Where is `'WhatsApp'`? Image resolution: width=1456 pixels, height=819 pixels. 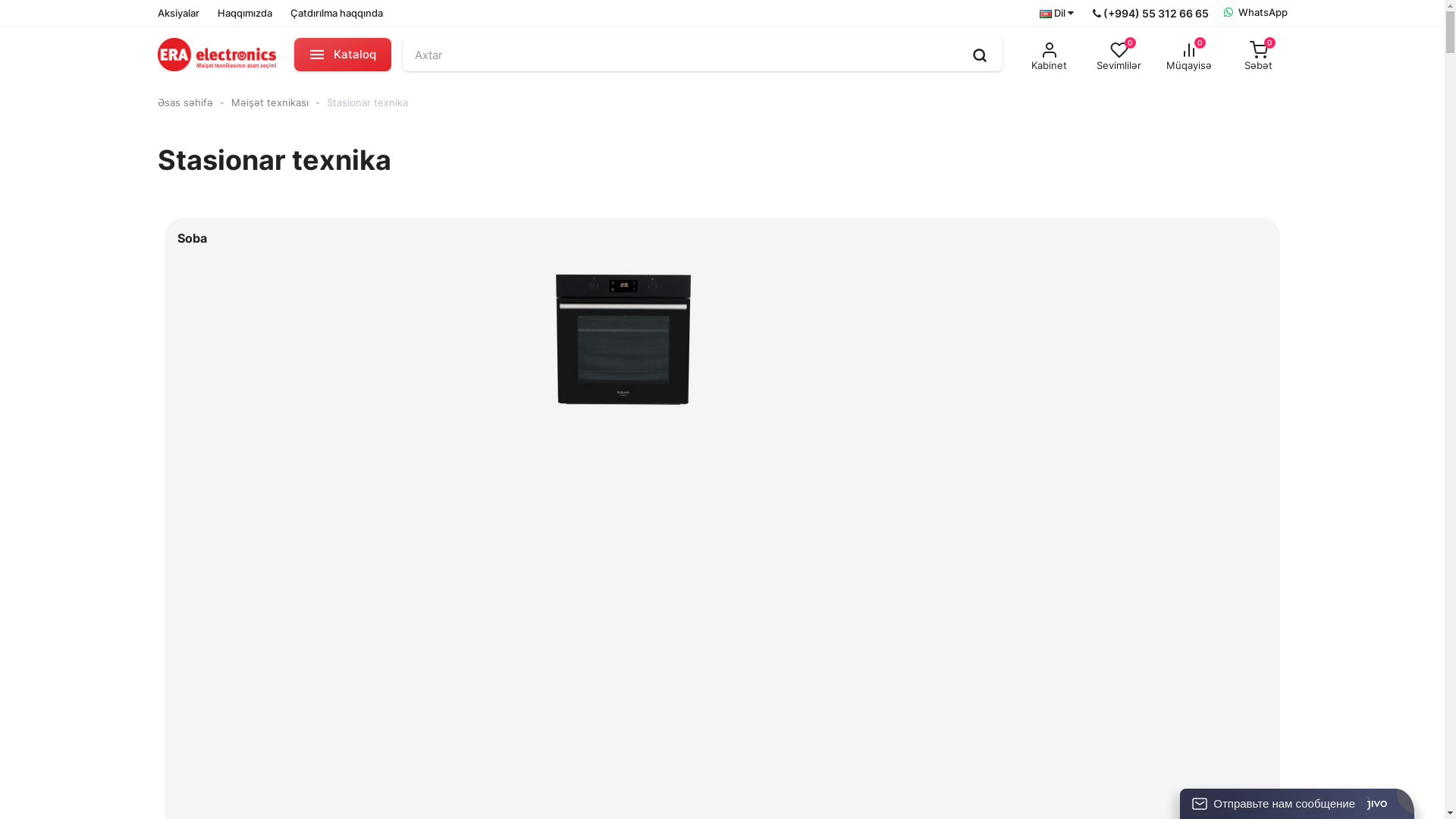 'WhatsApp' is located at coordinates (1256, 12).